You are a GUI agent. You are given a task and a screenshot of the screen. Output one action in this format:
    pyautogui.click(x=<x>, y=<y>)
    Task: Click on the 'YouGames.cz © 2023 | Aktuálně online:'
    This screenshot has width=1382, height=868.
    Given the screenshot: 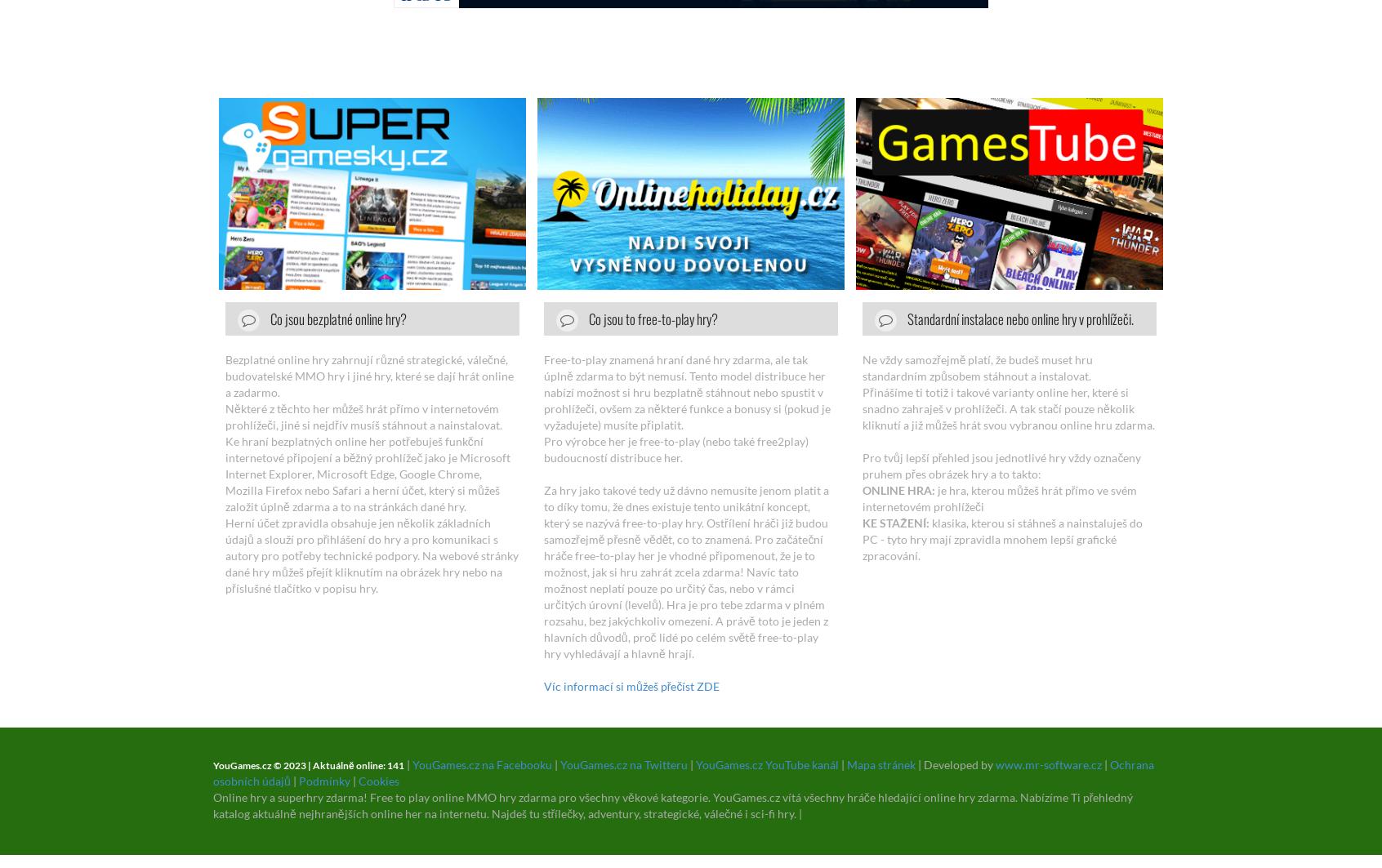 What is the action you would take?
    pyautogui.click(x=299, y=764)
    